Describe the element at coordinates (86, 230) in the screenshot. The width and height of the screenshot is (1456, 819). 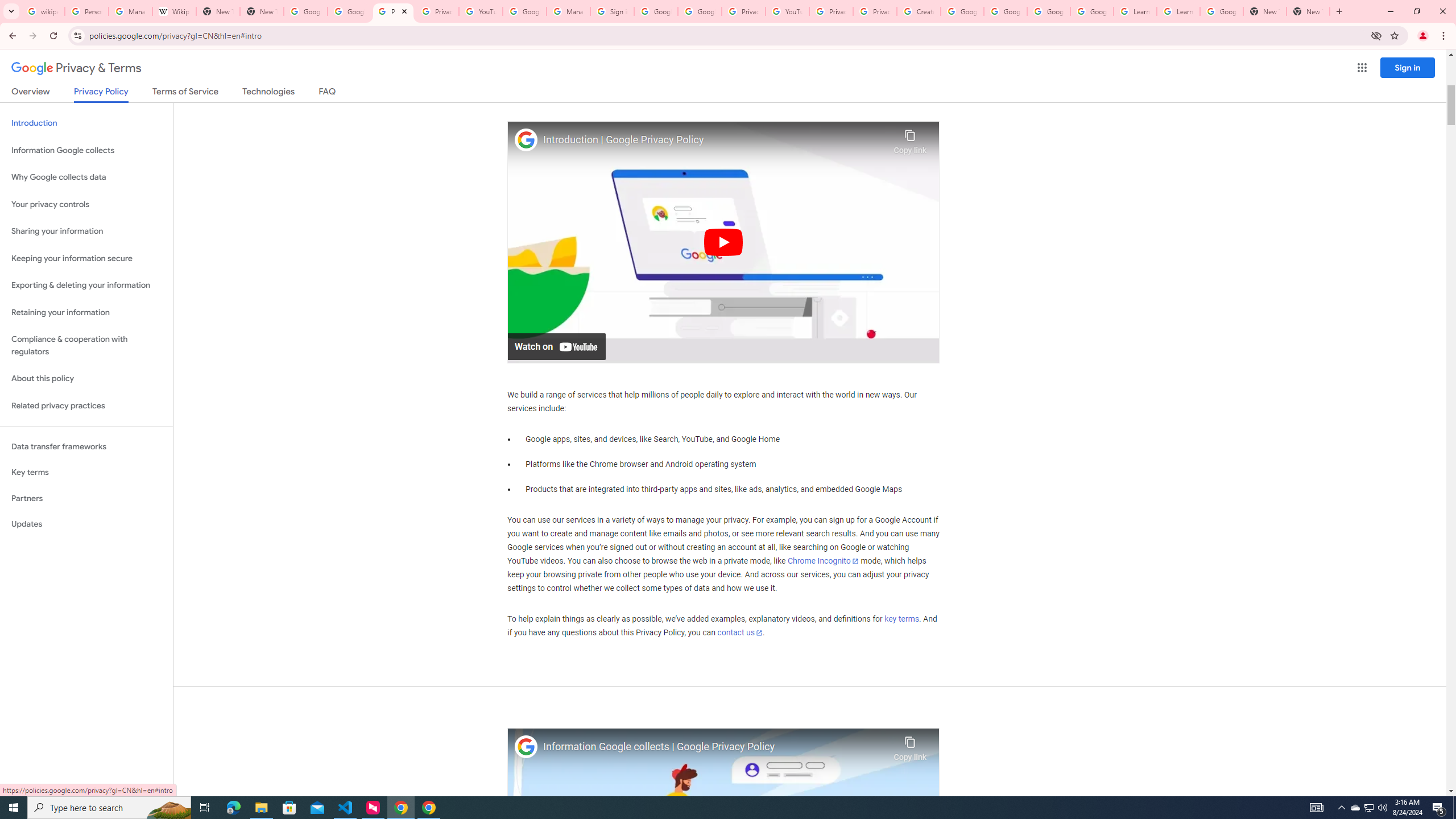
I see `'Sharing your information'` at that location.